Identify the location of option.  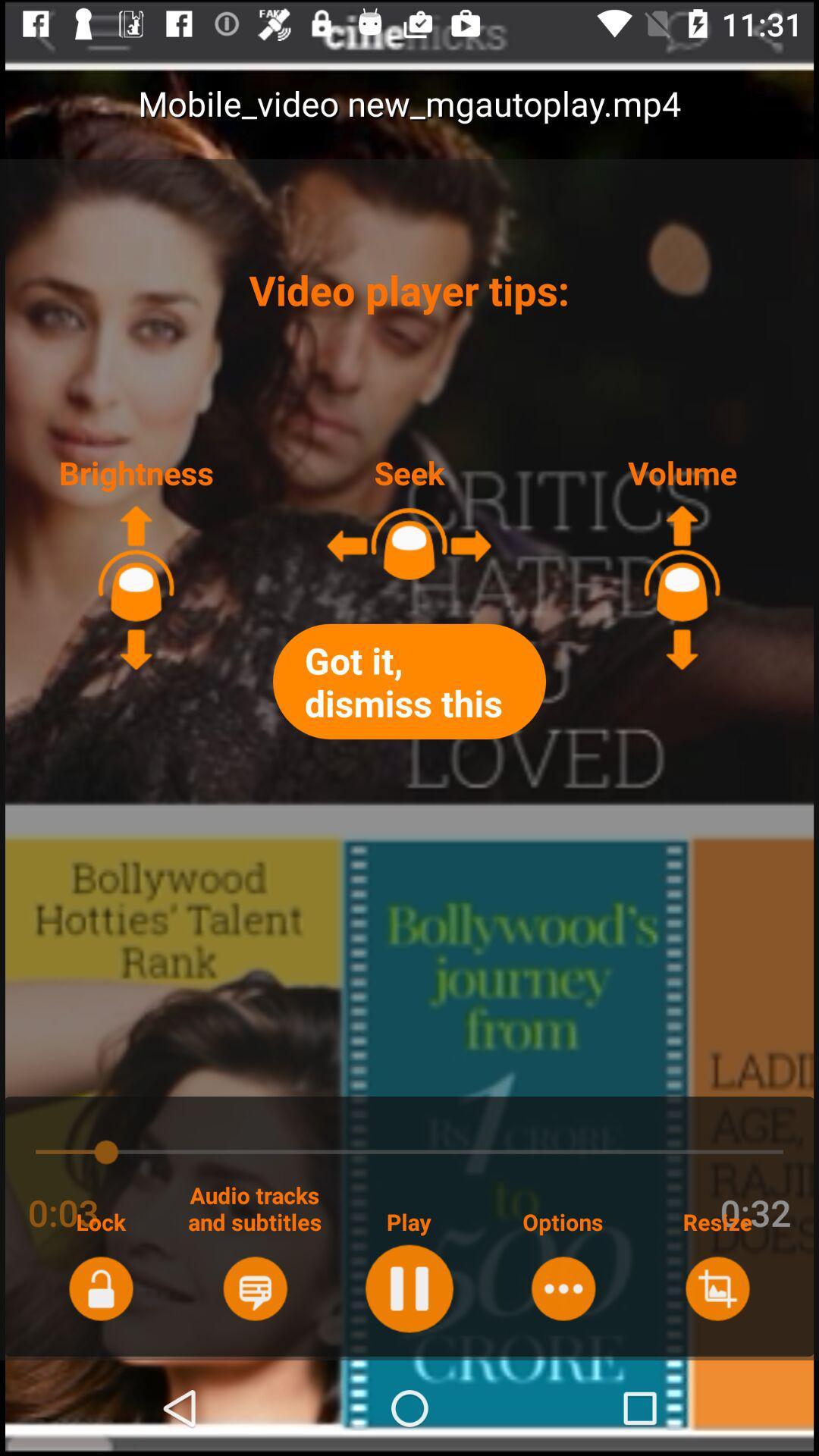
(563, 1288).